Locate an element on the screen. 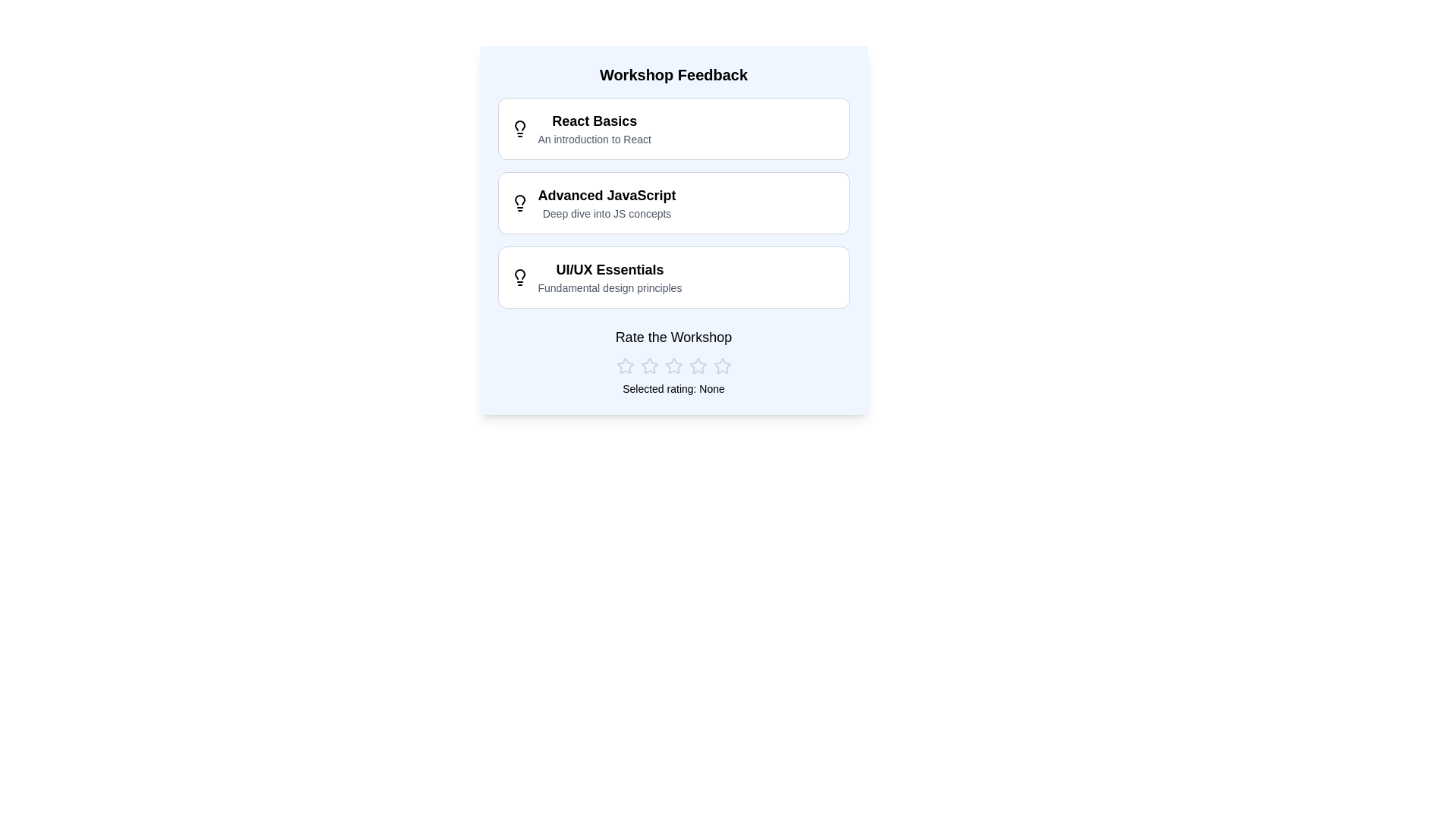 Image resolution: width=1456 pixels, height=819 pixels. the Text label or heading that serves as the title for the workshop topic, which is located at the top of a vertical list and is paired with a description below it that reads 'An introduction to React' is located at coordinates (594, 120).